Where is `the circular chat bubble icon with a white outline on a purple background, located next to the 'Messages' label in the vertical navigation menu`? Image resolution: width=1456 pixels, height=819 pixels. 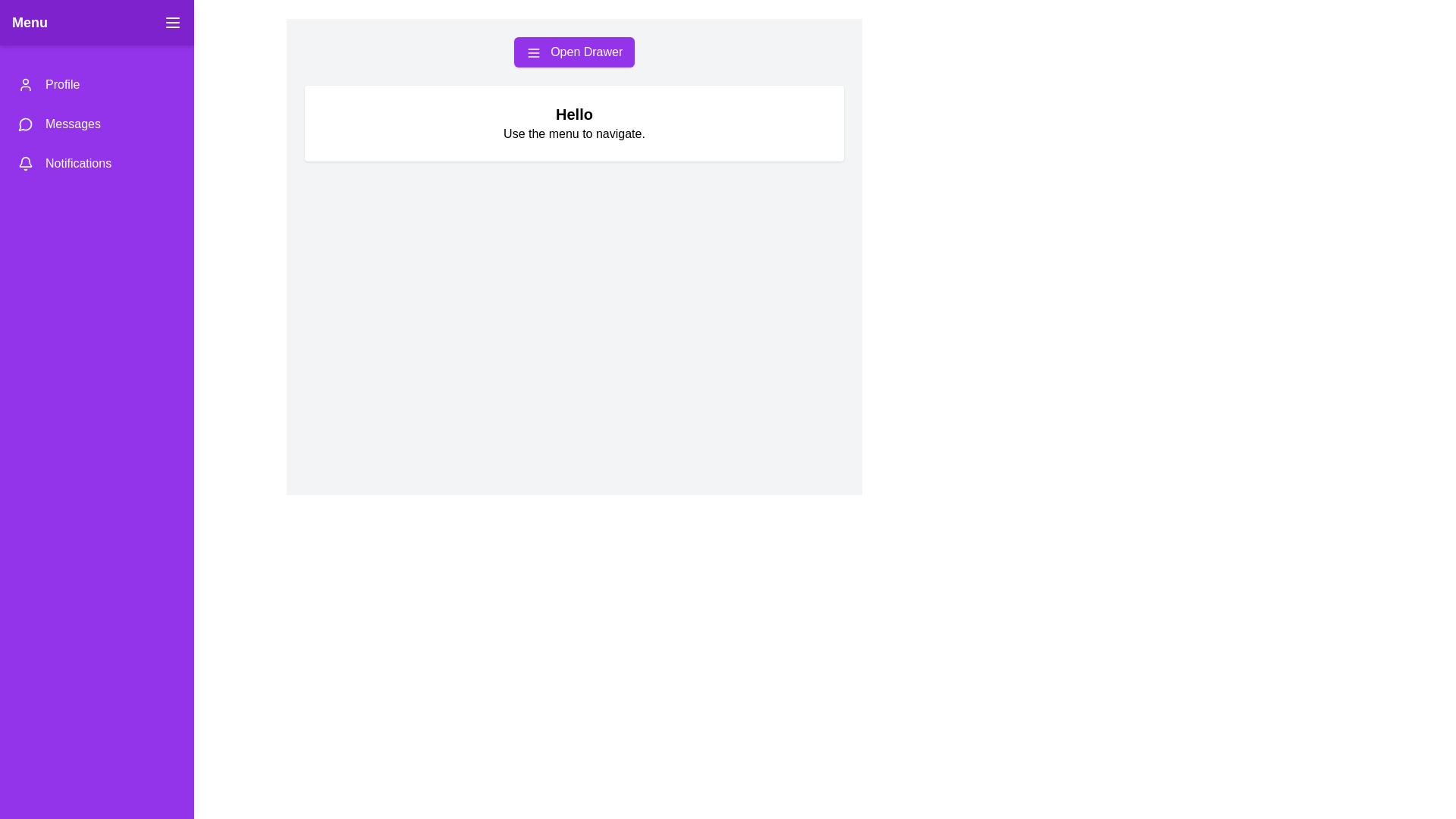 the circular chat bubble icon with a white outline on a purple background, located next to the 'Messages' label in the vertical navigation menu is located at coordinates (25, 124).